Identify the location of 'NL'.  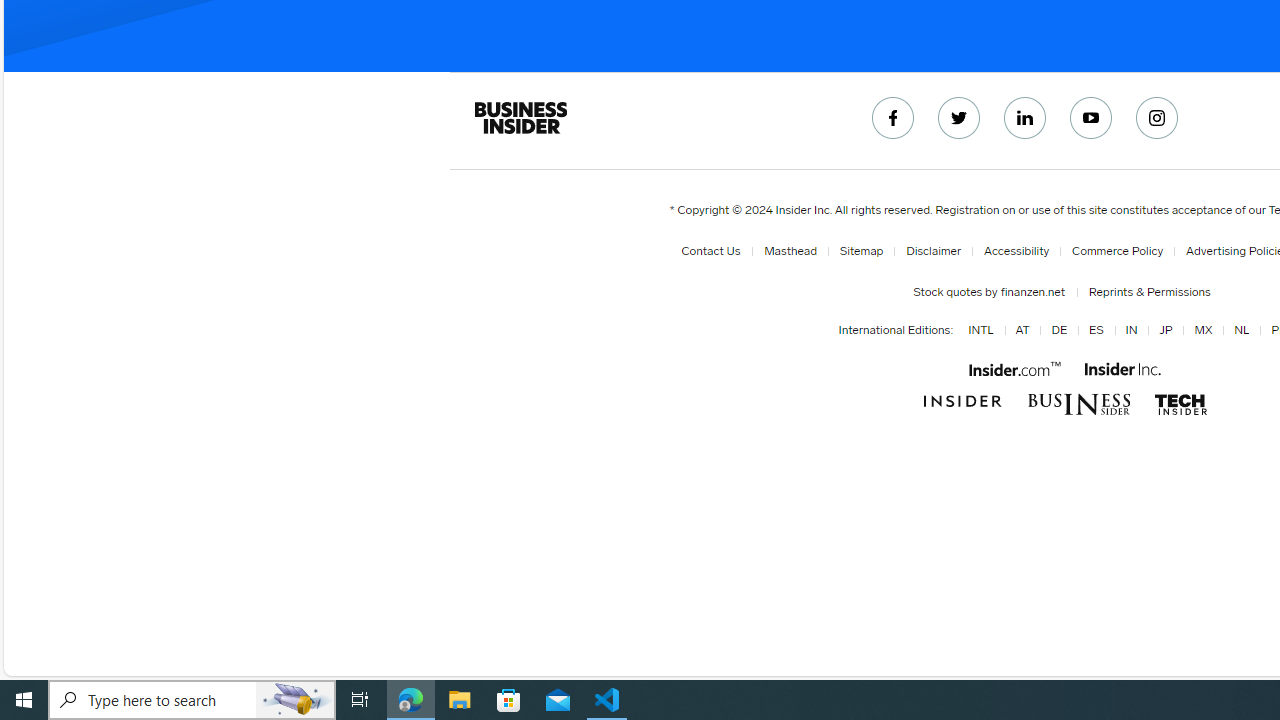
(1237, 330).